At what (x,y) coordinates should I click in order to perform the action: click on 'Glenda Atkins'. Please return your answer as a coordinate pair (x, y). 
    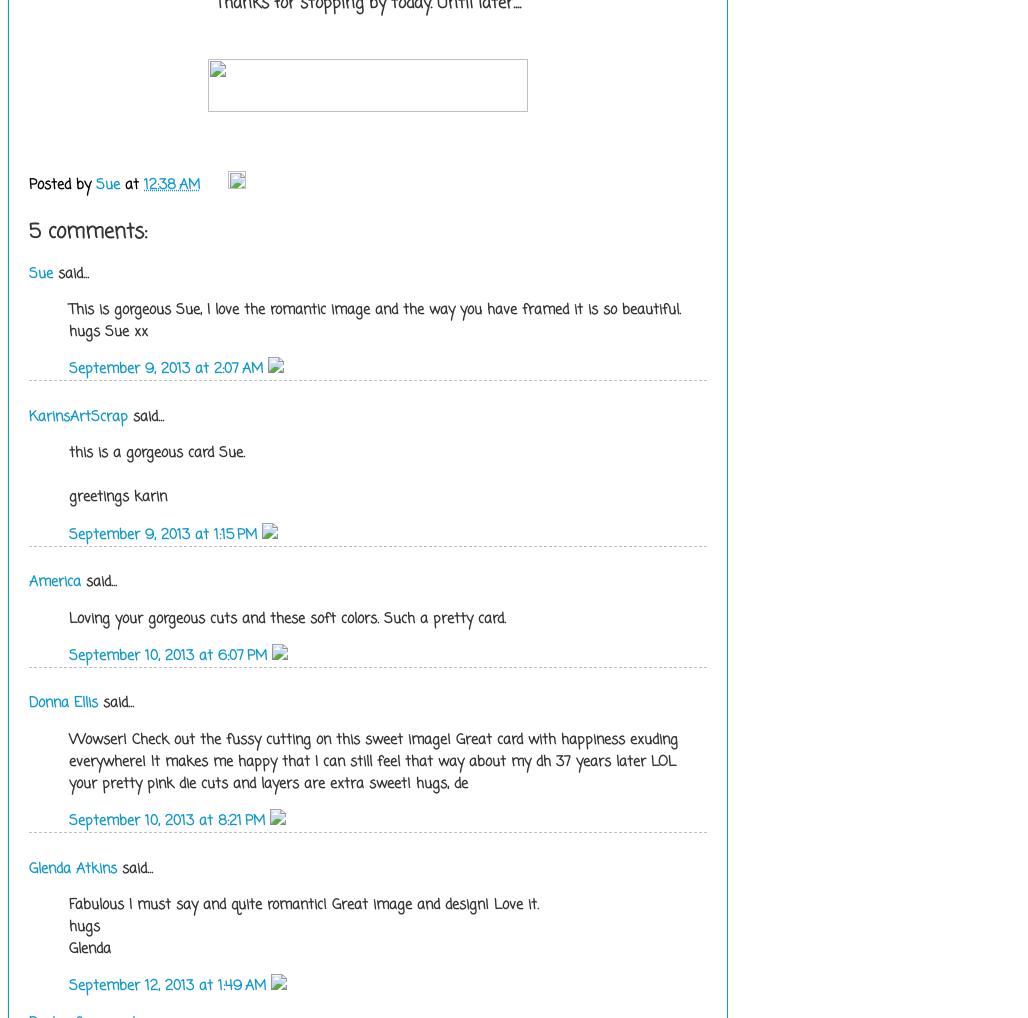
    Looking at the image, I should click on (71, 868).